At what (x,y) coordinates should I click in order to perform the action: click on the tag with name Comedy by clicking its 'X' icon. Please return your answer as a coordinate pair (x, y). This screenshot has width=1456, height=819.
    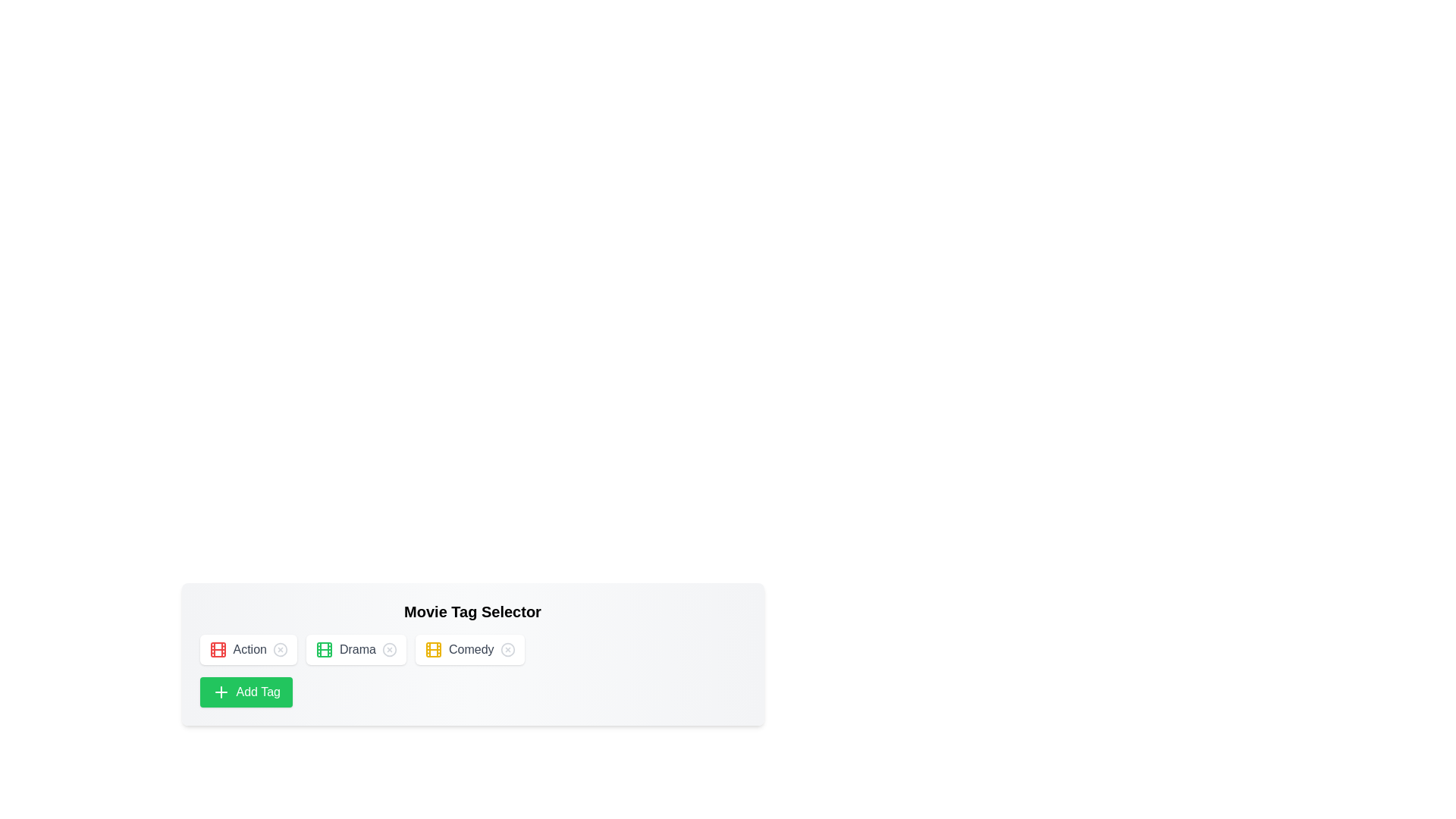
    Looking at the image, I should click on (507, 648).